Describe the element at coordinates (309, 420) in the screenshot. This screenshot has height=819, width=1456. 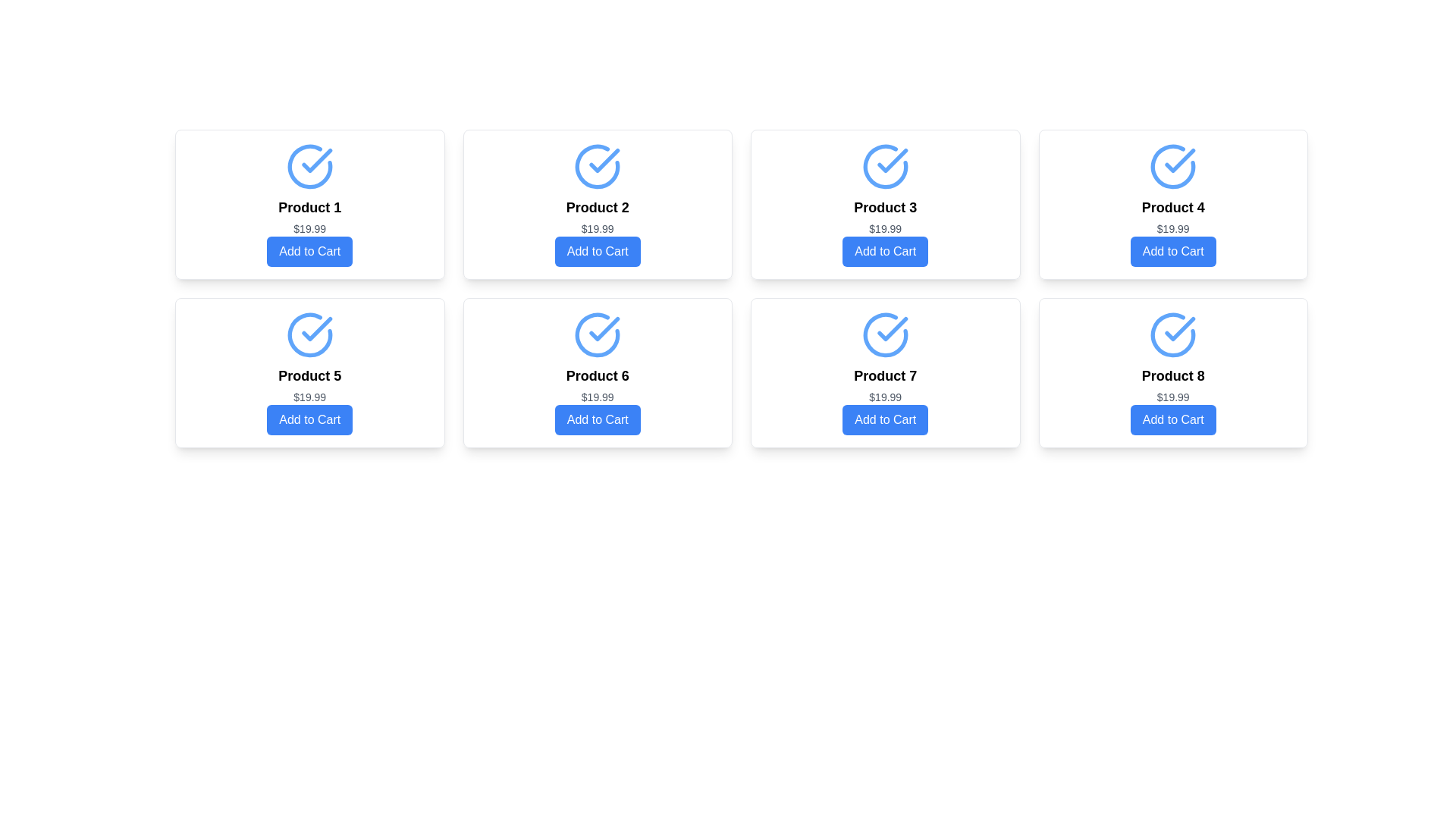
I see `the blue rectangular button labeled 'Add to Cart' located in the product card for 'Product 5' priced at $19.99 to change its color` at that location.